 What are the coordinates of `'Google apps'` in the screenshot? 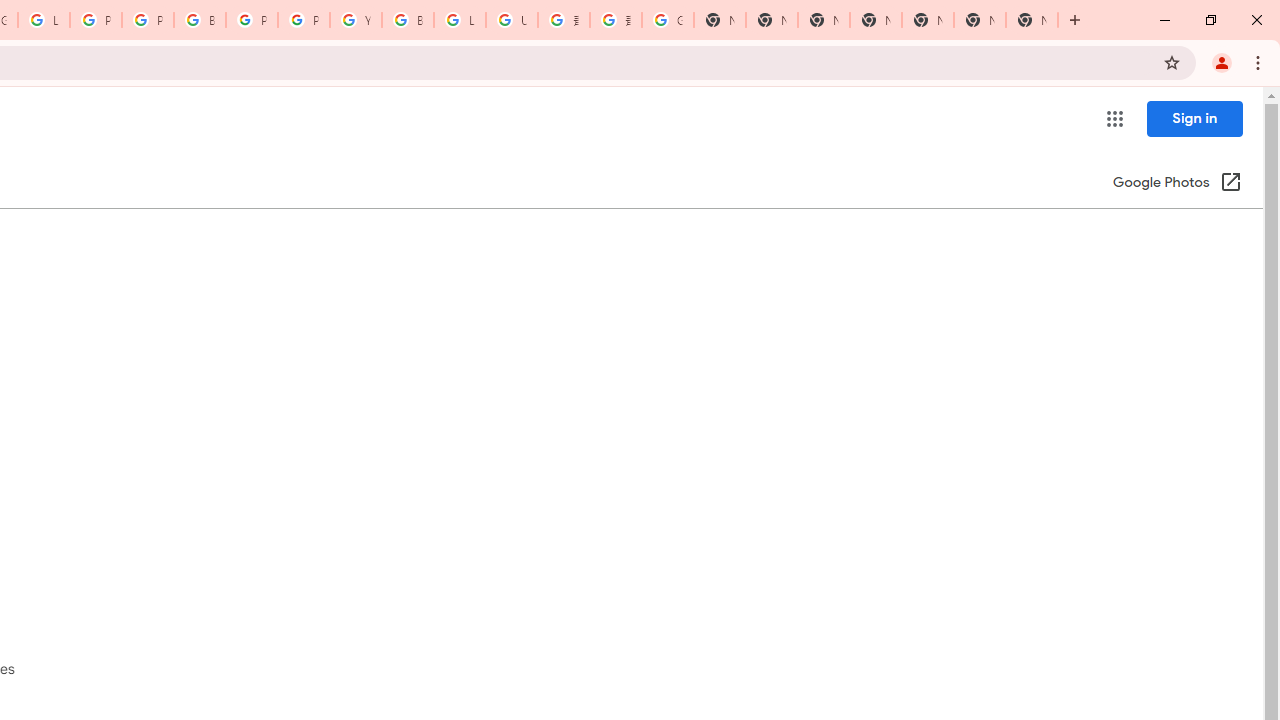 It's located at (1113, 119).